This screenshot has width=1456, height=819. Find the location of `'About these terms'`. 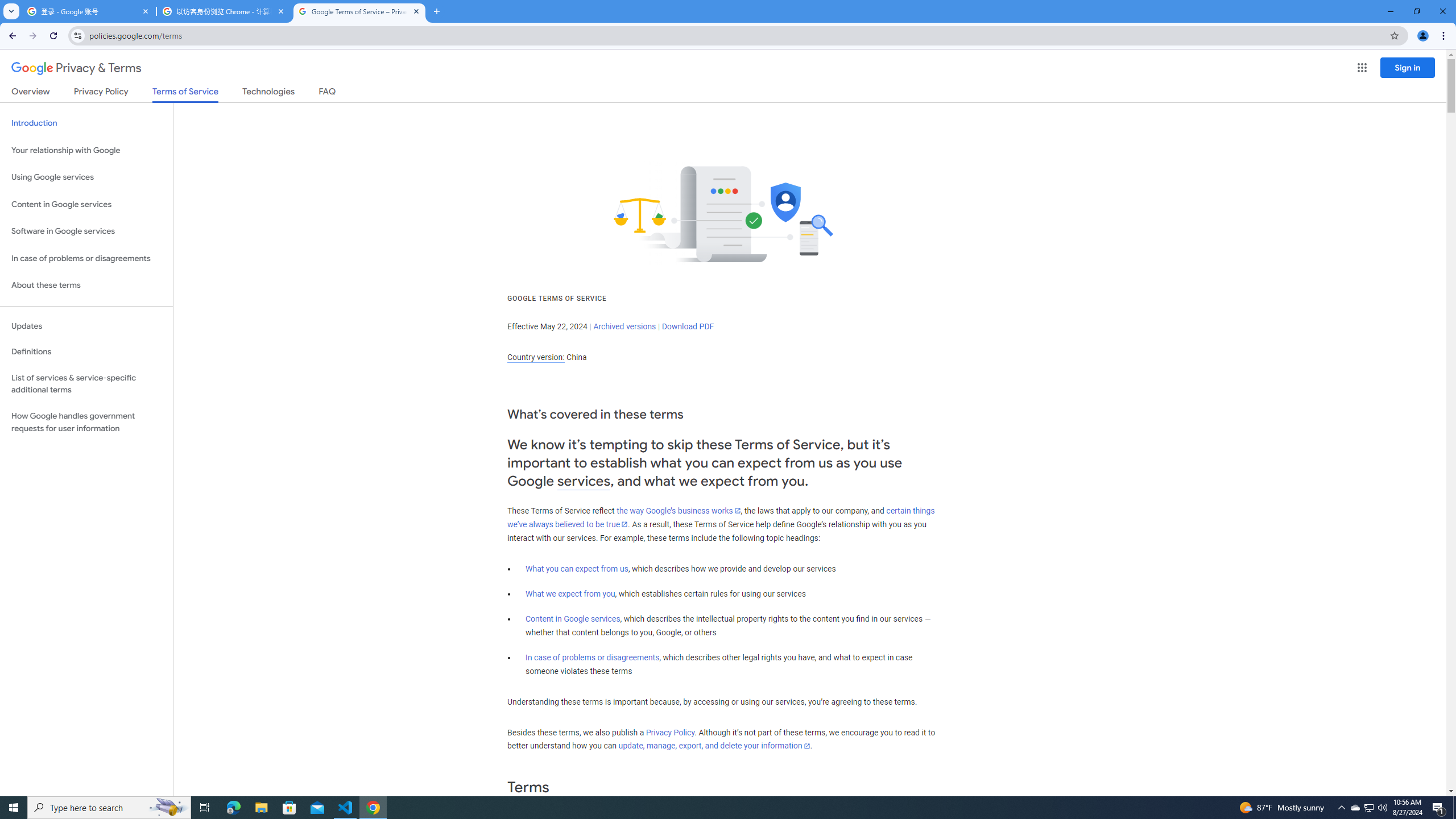

'About these terms' is located at coordinates (86, 285).